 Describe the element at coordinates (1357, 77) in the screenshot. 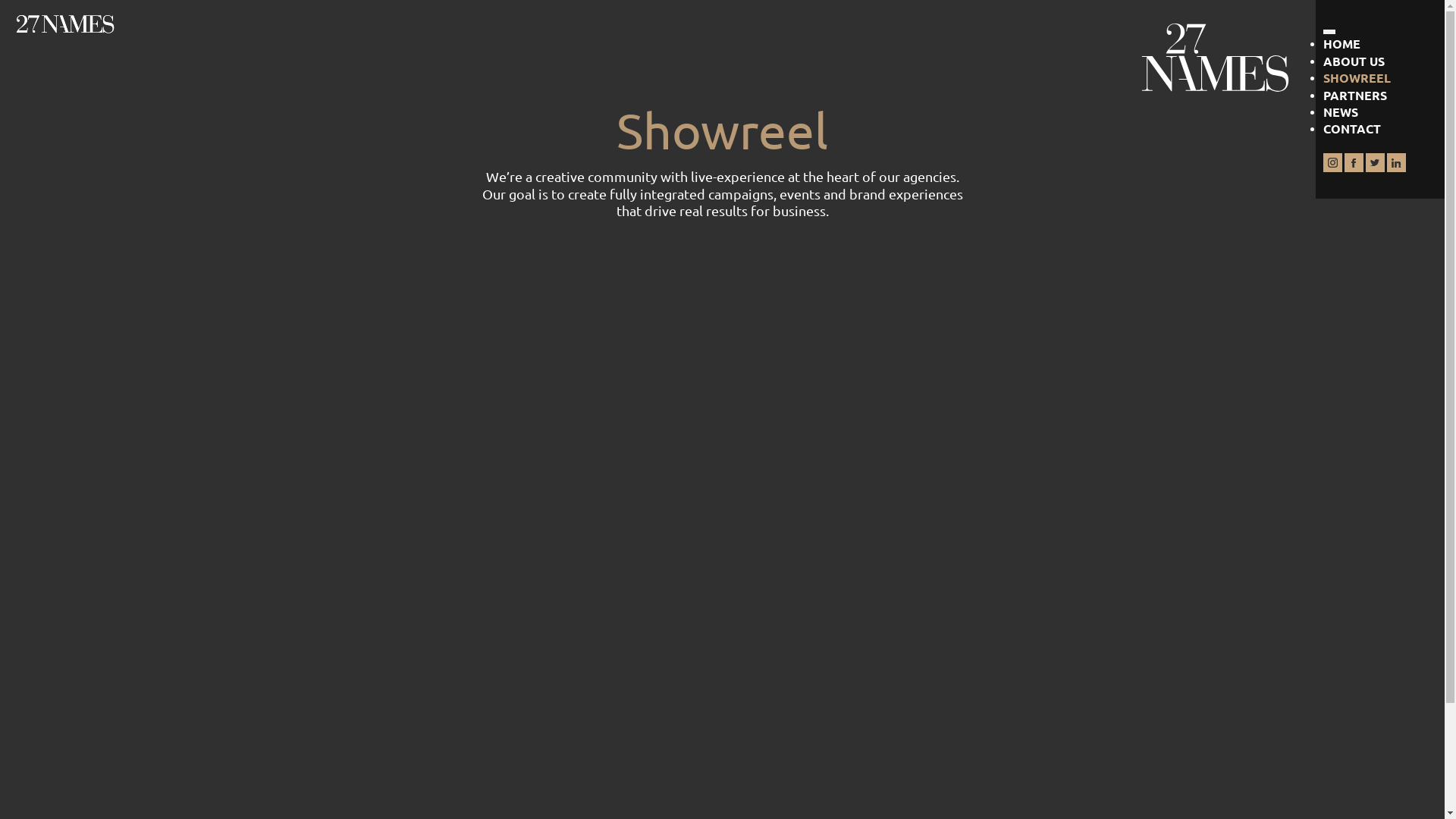

I see `'SHOWREEL'` at that location.